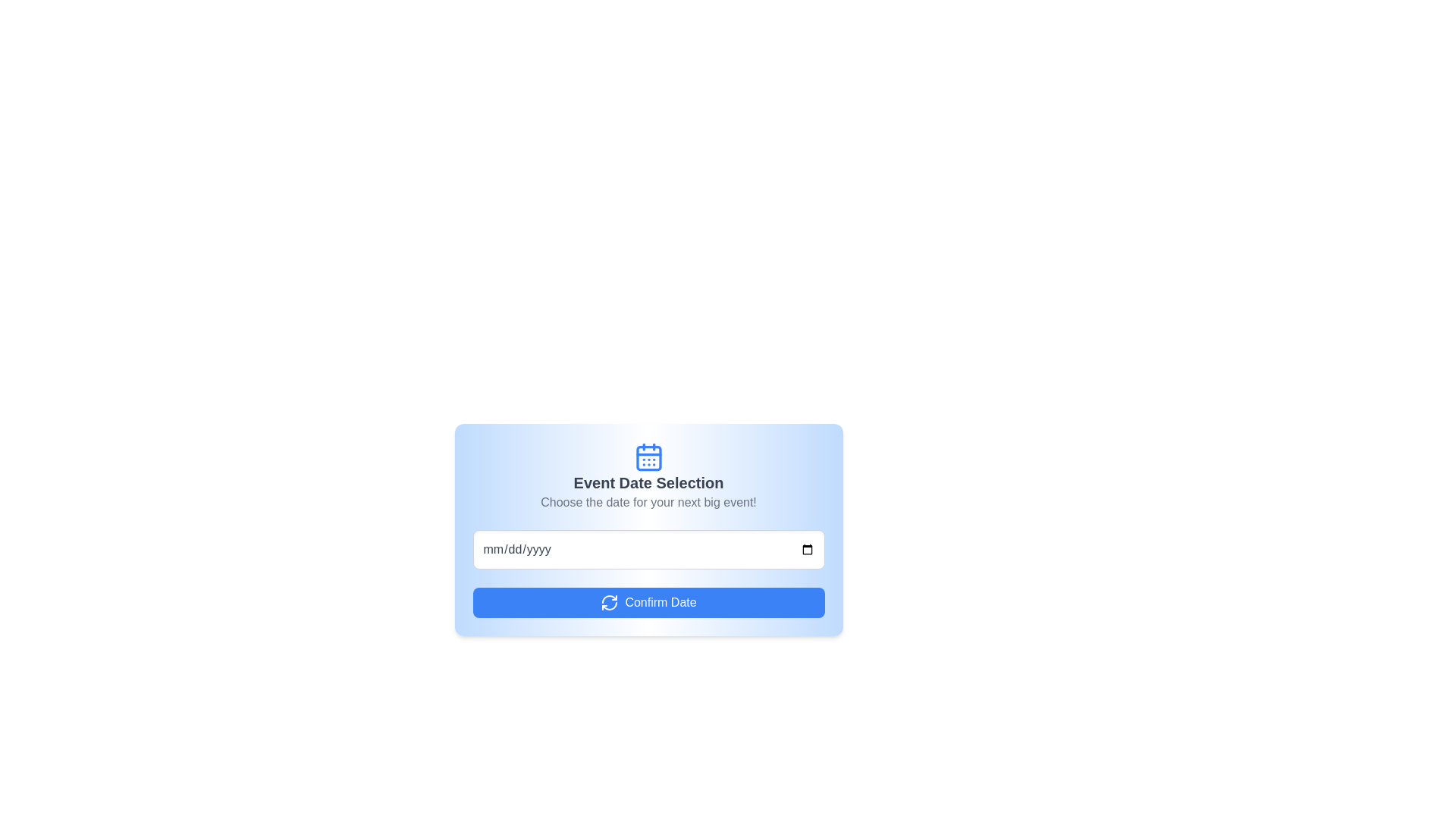  Describe the element at coordinates (648, 503) in the screenshot. I see `the static text element that provides instructions for selecting a date for an event, which is located centrally below the 'Event Date Selection' heading and above the date input field` at that location.